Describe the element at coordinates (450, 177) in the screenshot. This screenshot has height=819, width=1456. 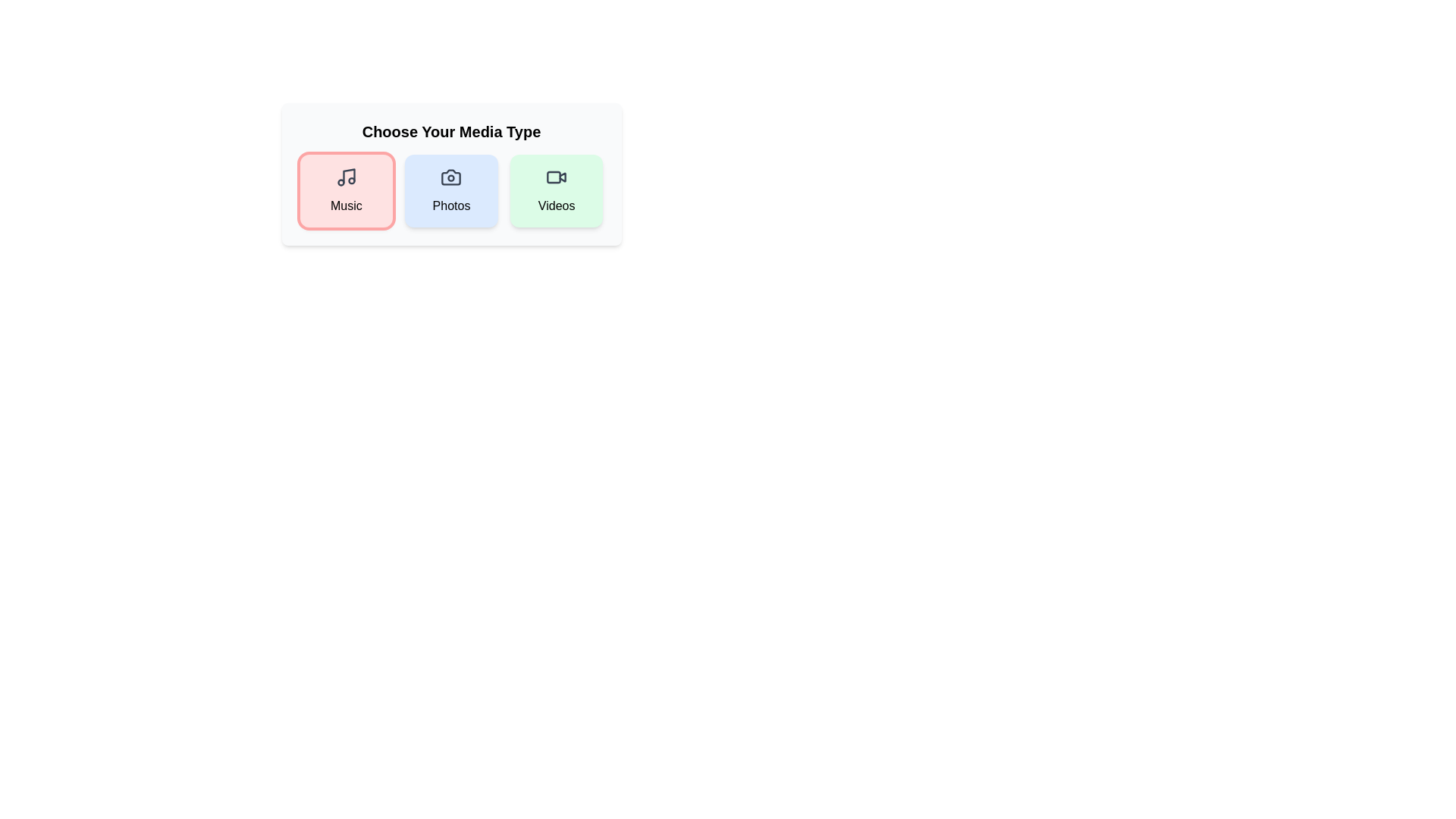
I see `the camera icon in the 'Photos' section, which has a dark gray color and is positioned above the text 'Photos' in the media type selection interface` at that location.